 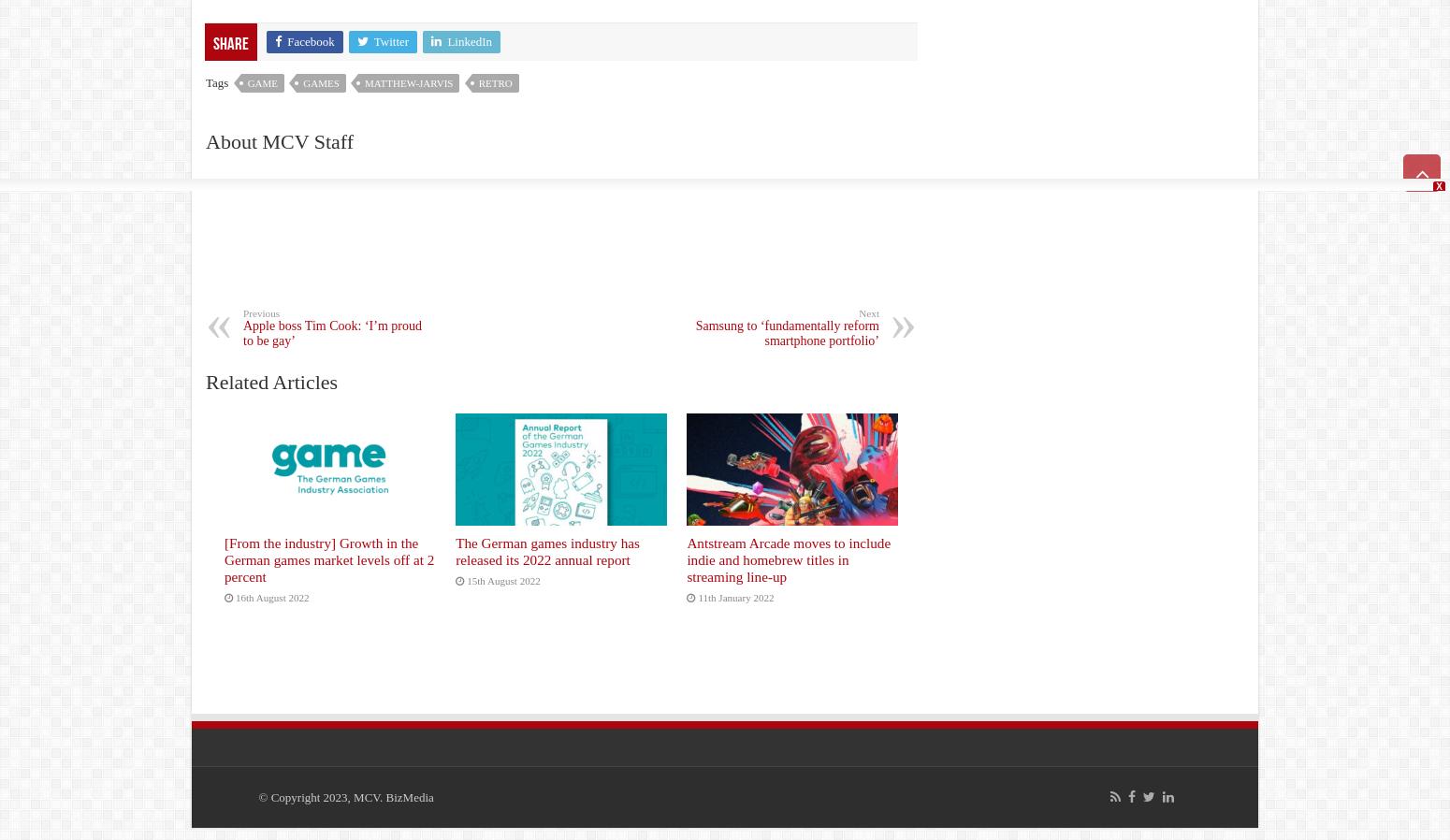 What do you see at coordinates (212, 44) in the screenshot?
I see `'Share'` at bounding box center [212, 44].